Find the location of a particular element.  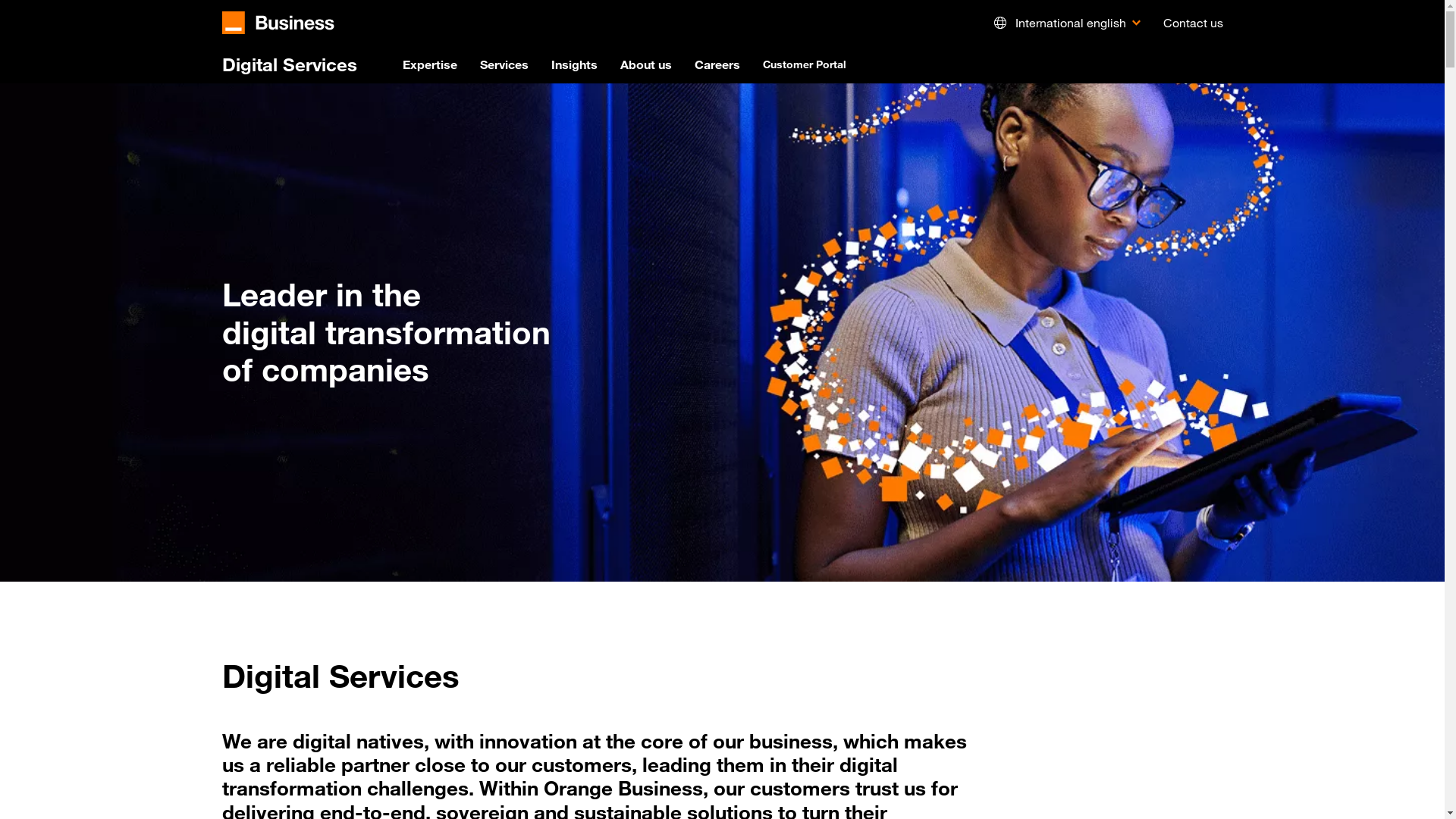

'Careers' is located at coordinates (694, 63).